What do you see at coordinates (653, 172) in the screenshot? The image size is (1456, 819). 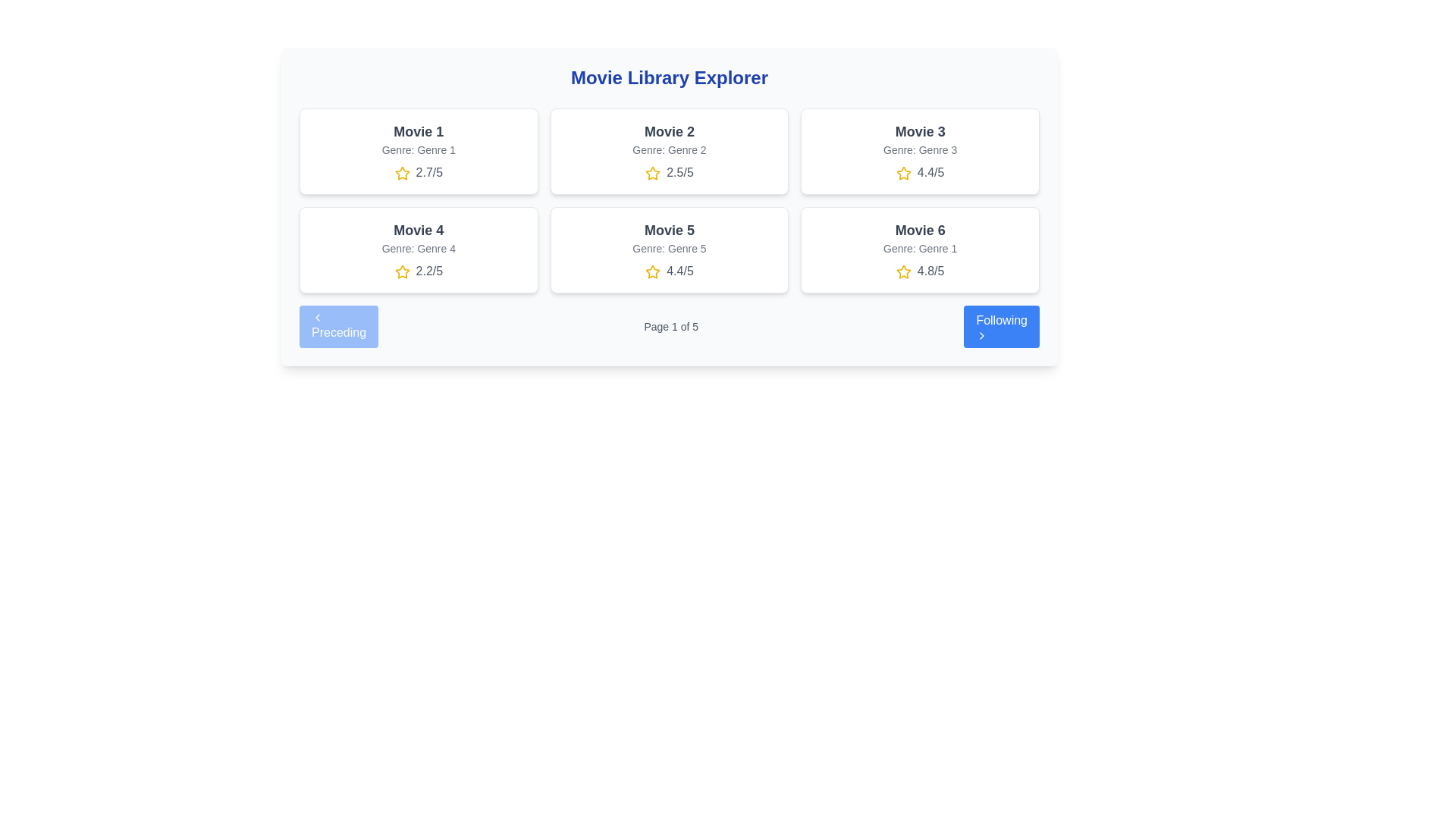 I see `the star-shaped rating icon for 'Movie 2', which is yellow with a hollow center, located directly below 'Genre: Genre 2'` at bounding box center [653, 172].